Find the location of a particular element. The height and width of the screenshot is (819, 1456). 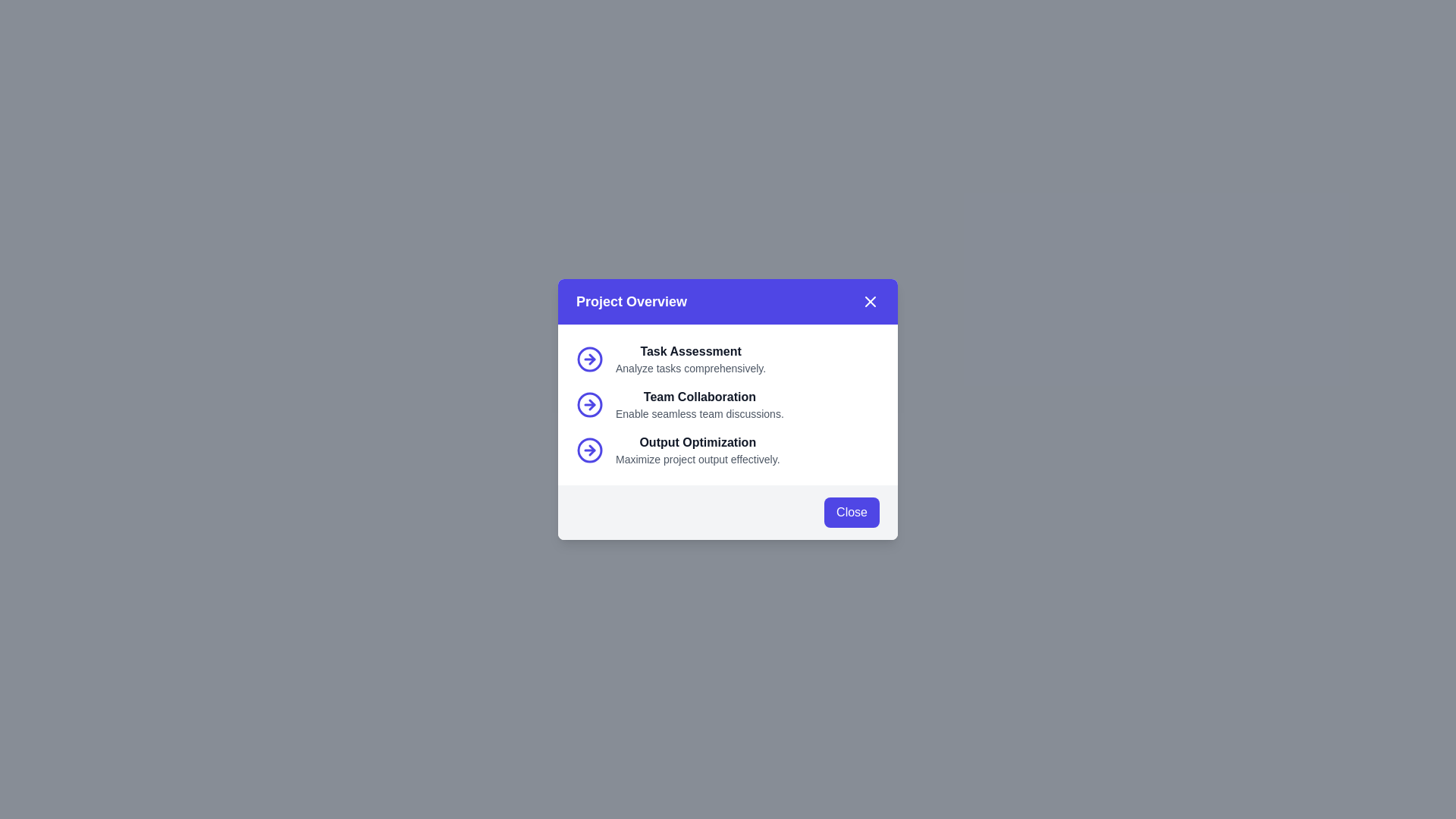

the icon in the 'Team Collaboration' informational section located in the 'Project Overview' modal box, positioned between 'Task Assessment' and 'Output Optimization' is located at coordinates (728, 403).